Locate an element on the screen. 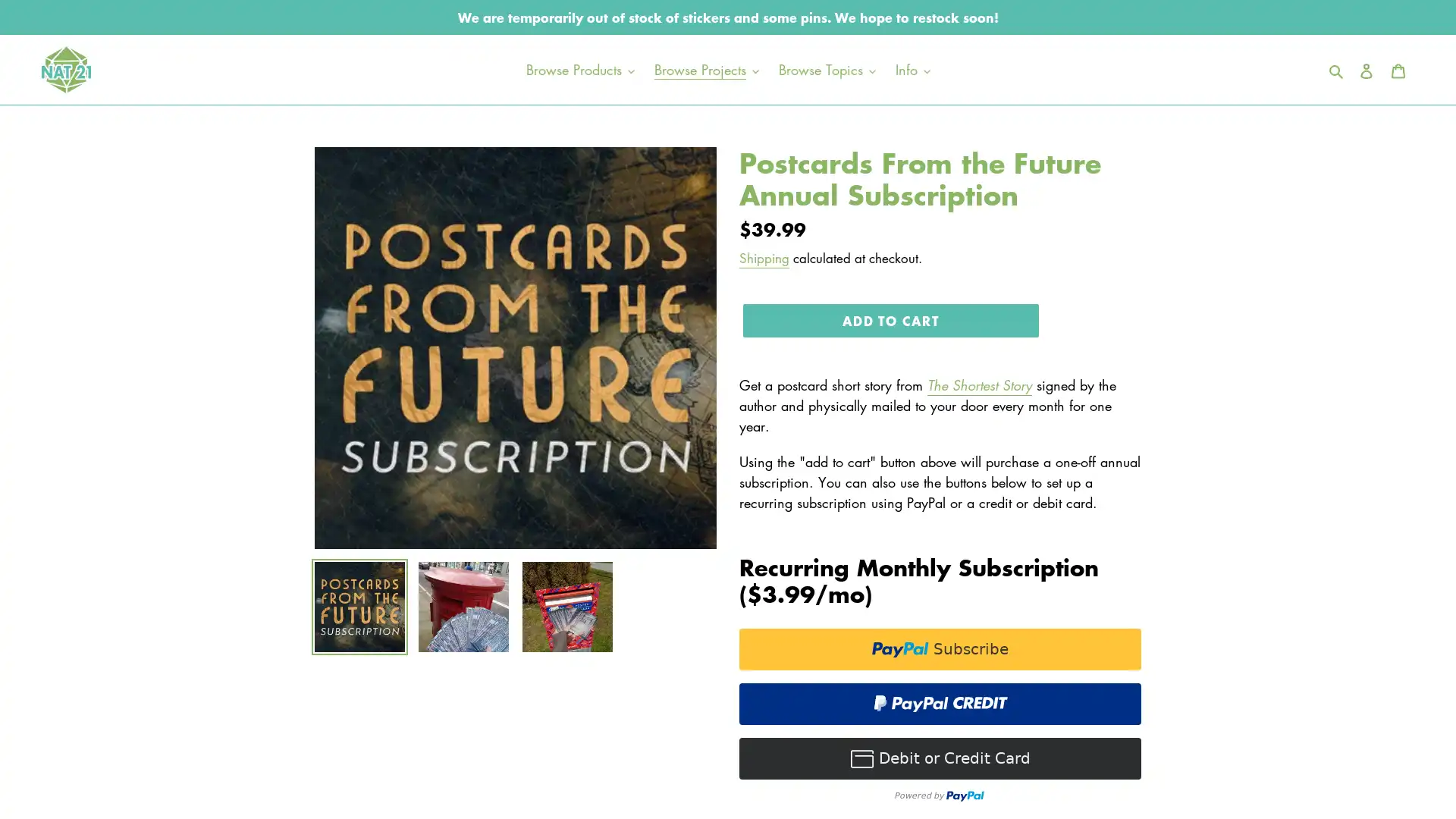  Search is located at coordinates (1337, 69).